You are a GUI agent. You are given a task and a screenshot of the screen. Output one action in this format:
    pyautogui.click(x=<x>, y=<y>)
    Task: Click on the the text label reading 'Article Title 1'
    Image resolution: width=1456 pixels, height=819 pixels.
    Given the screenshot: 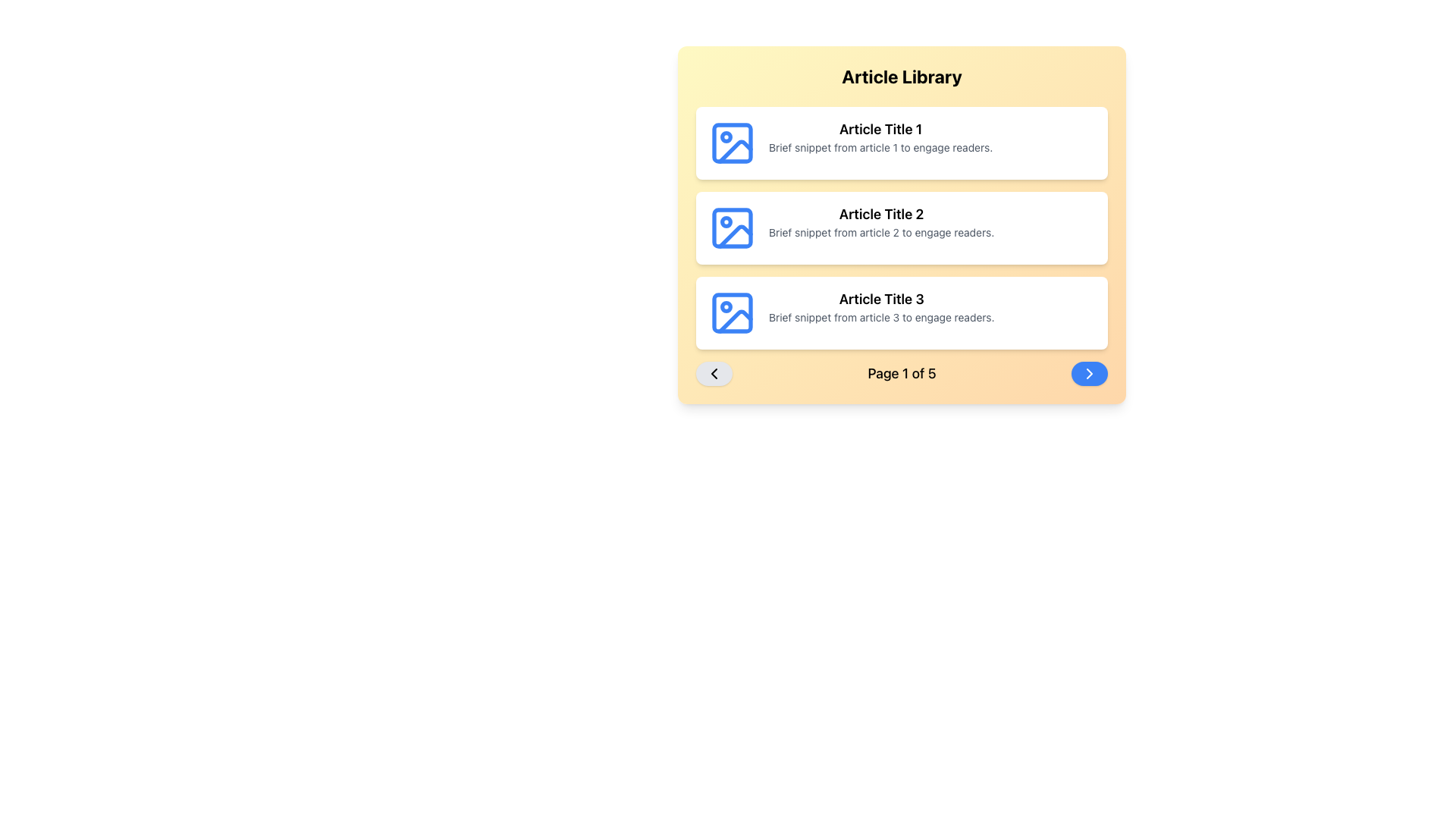 What is the action you would take?
    pyautogui.click(x=880, y=128)
    